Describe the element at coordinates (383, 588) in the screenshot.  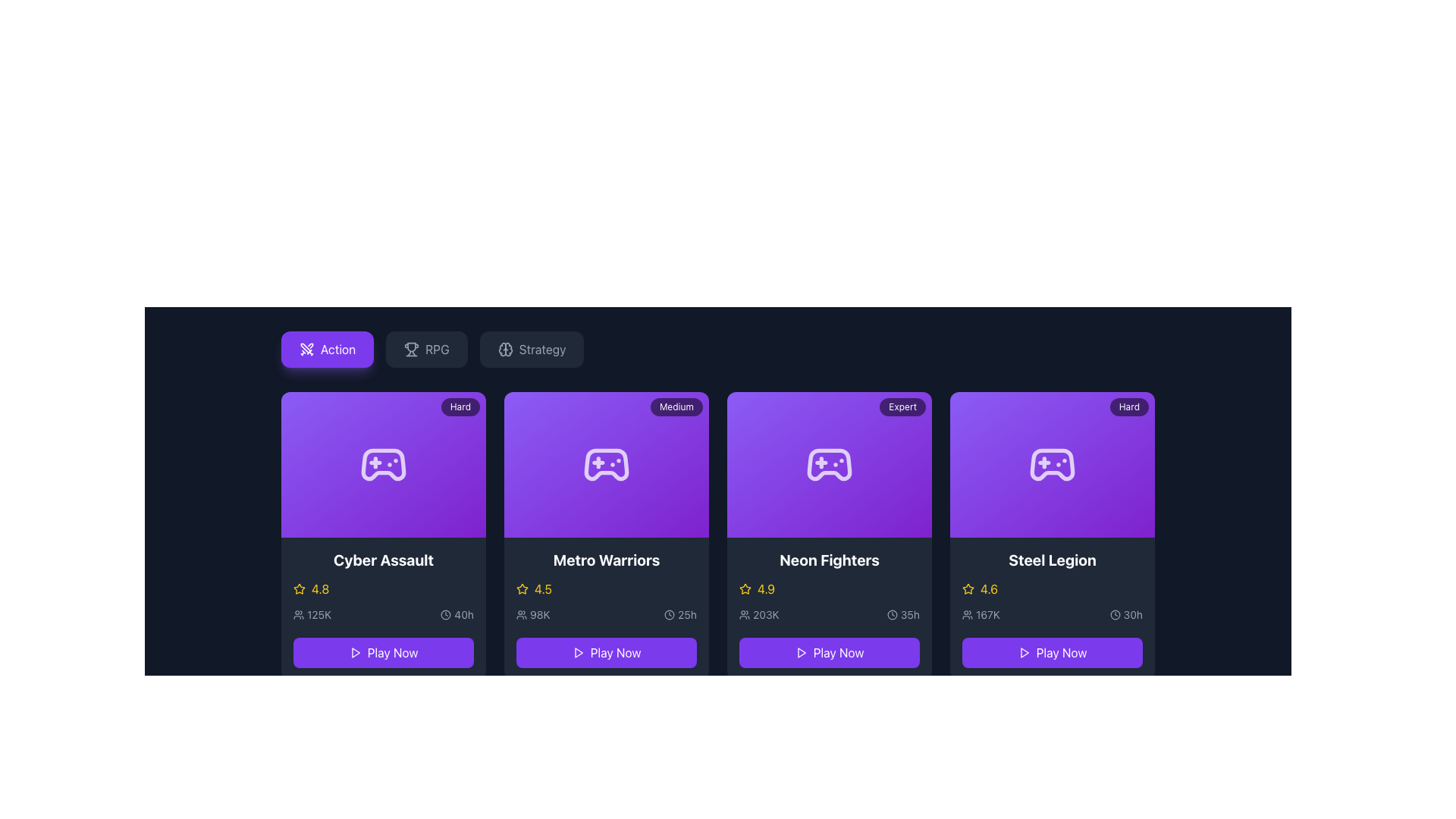
I see `the displayed rating for the game 'Cyber Assault' by clicking on the rating display located in the lower-middle section of the game card` at that location.